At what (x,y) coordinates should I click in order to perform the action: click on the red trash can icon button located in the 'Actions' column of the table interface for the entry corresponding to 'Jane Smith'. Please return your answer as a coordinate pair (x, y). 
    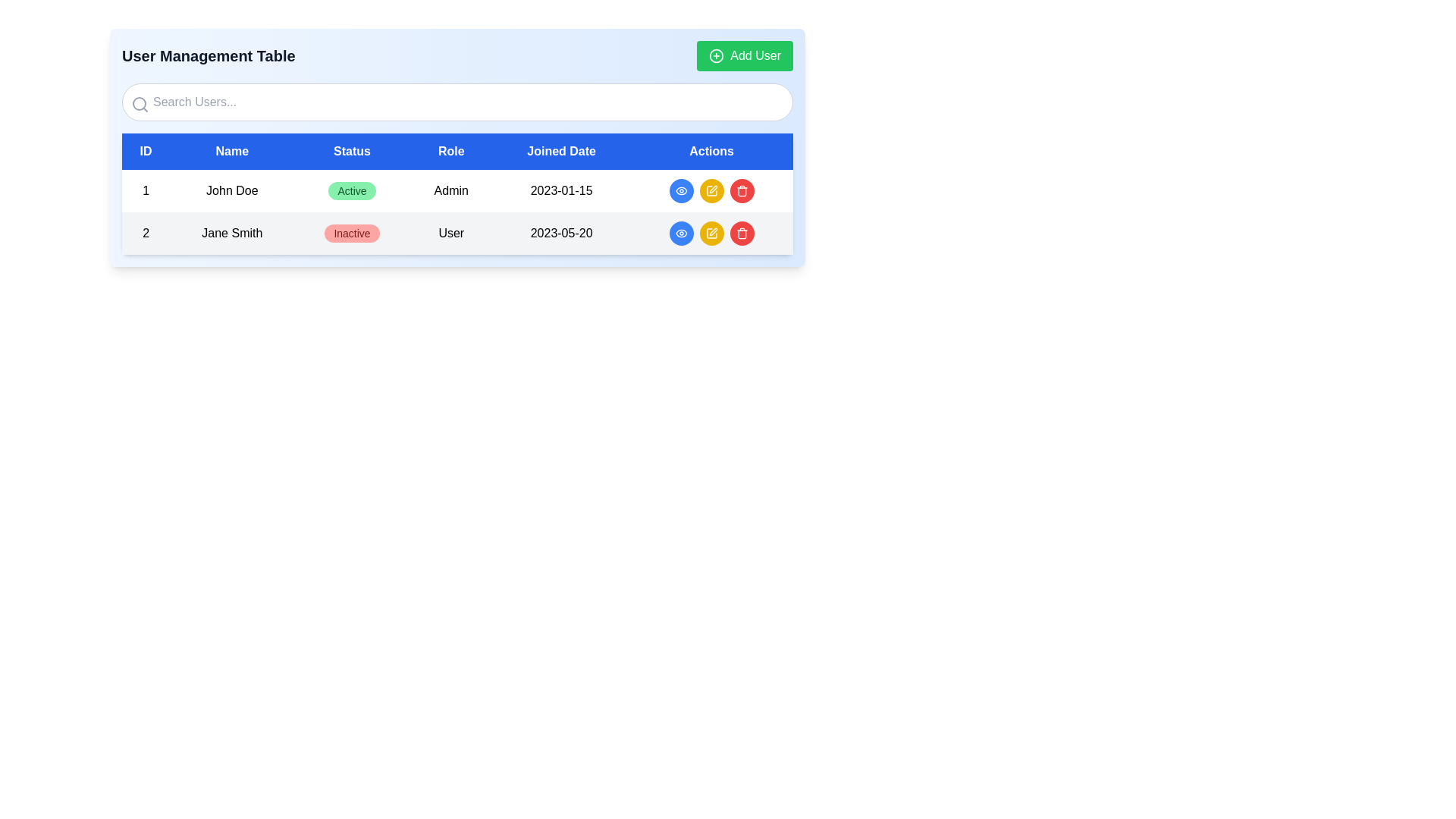
    Looking at the image, I should click on (742, 190).